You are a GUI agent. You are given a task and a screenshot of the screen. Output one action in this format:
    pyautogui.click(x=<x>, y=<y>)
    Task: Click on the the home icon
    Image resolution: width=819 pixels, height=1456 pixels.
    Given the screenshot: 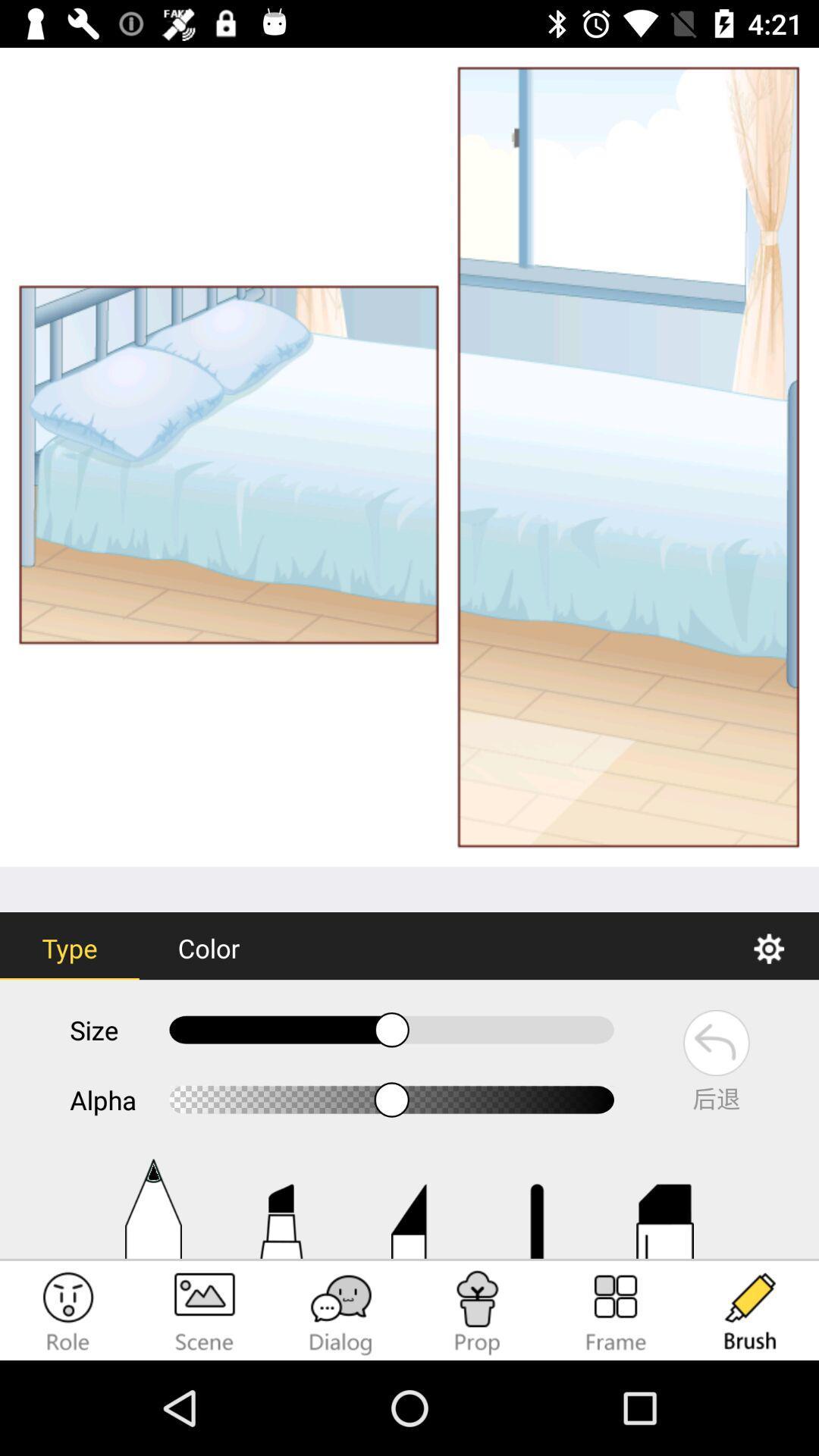 What is the action you would take?
    pyautogui.click(x=281, y=1208)
    